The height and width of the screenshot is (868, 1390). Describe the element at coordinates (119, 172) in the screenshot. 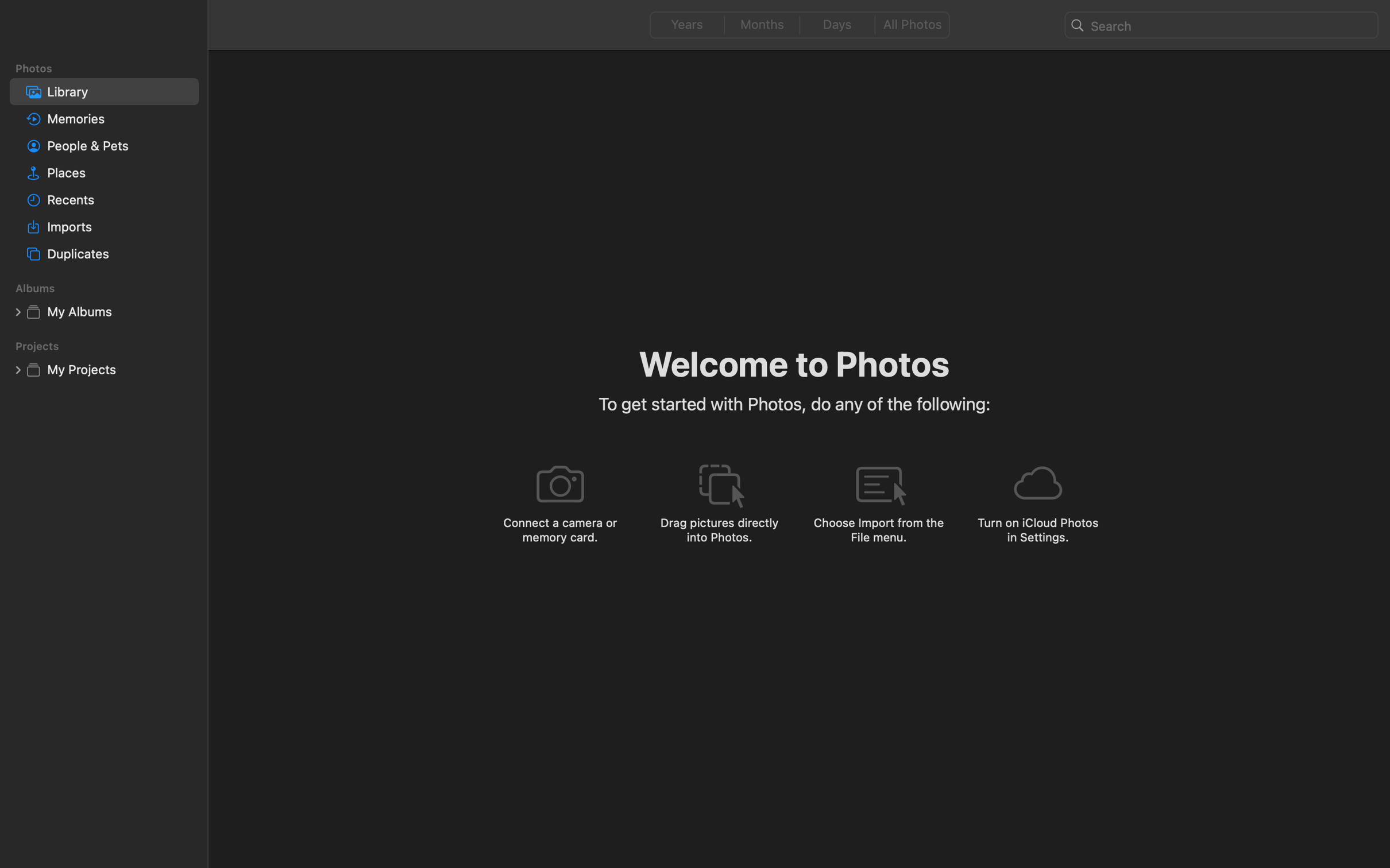

I see `'Places'` at that location.